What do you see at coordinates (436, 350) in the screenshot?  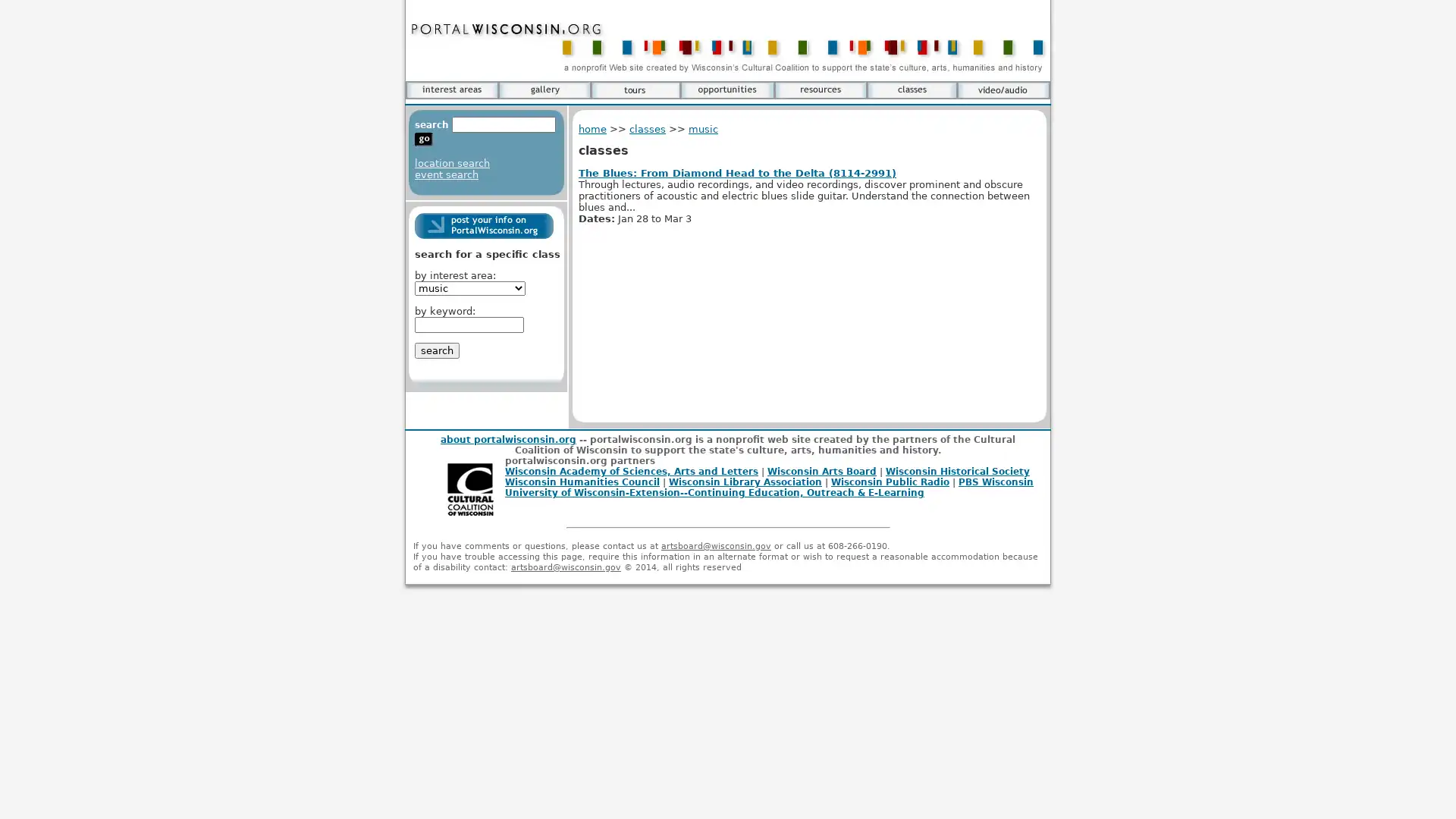 I see `search` at bounding box center [436, 350].